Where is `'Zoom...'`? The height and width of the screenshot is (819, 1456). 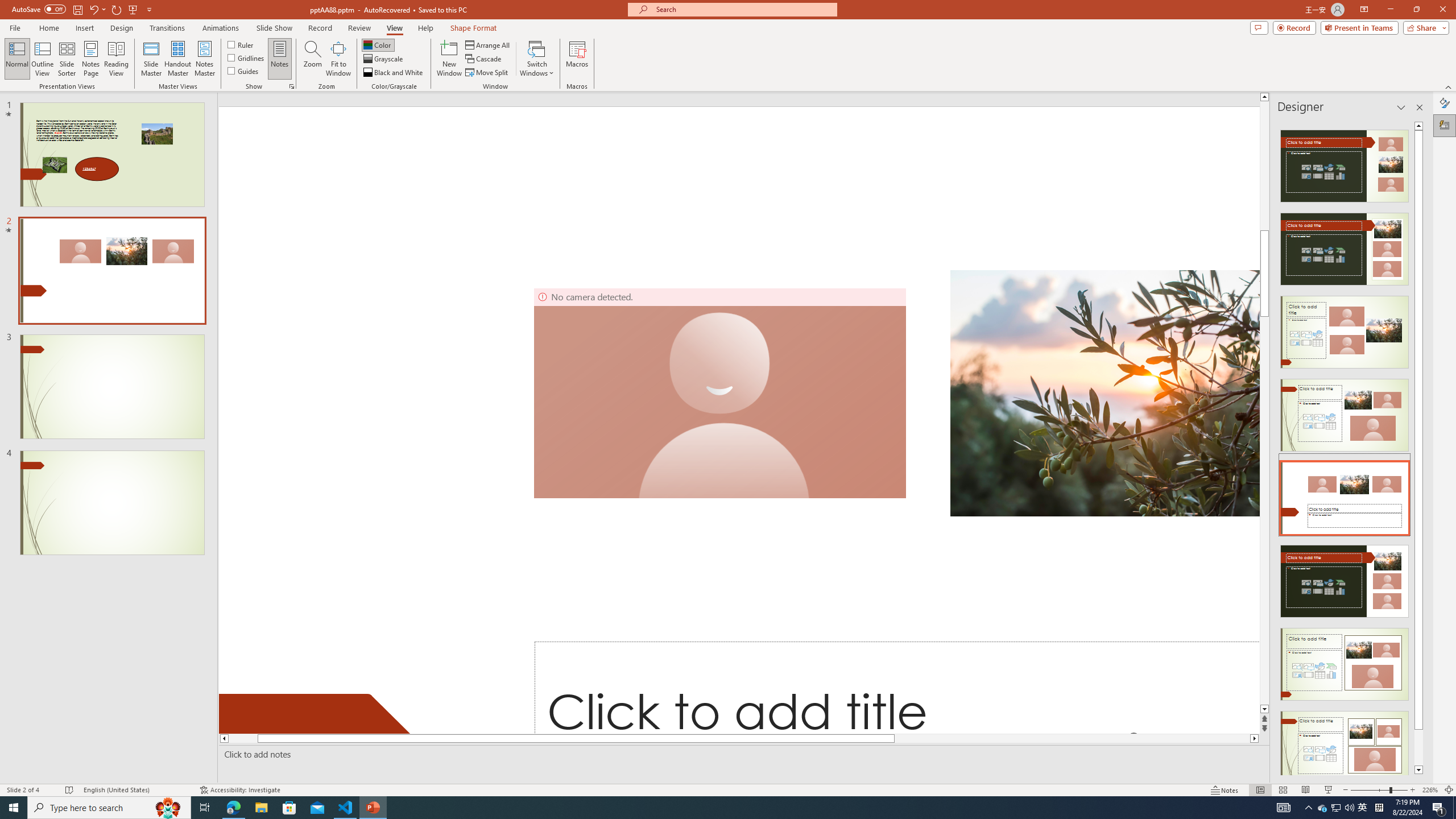 'Zoom...' is located at coordinates (313, 59).